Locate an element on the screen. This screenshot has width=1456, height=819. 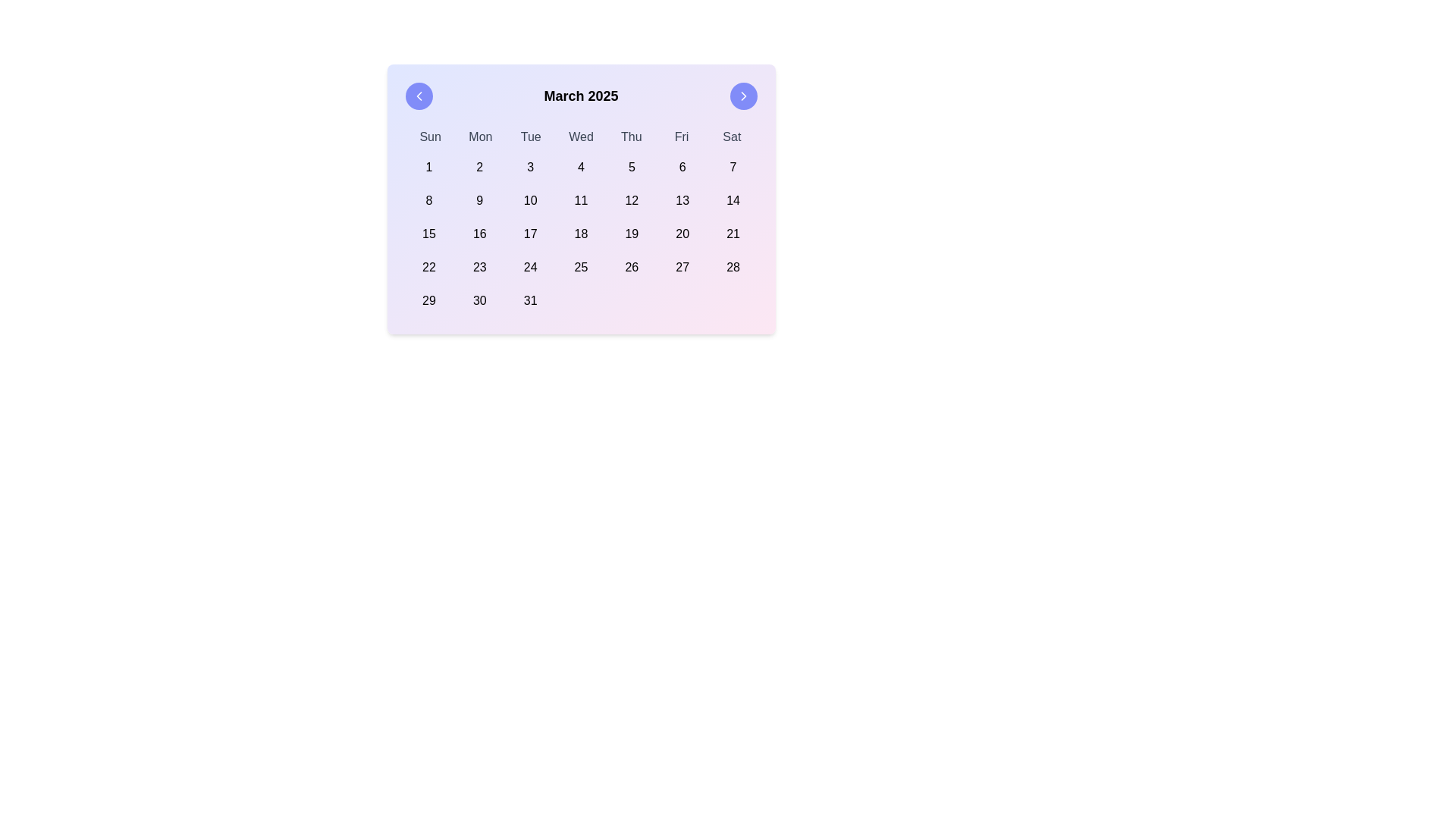
the left-pointing chevron icon inside the circular button with a blue background at the top-left corner of the calendar interface is located at coordinates (419, 96).